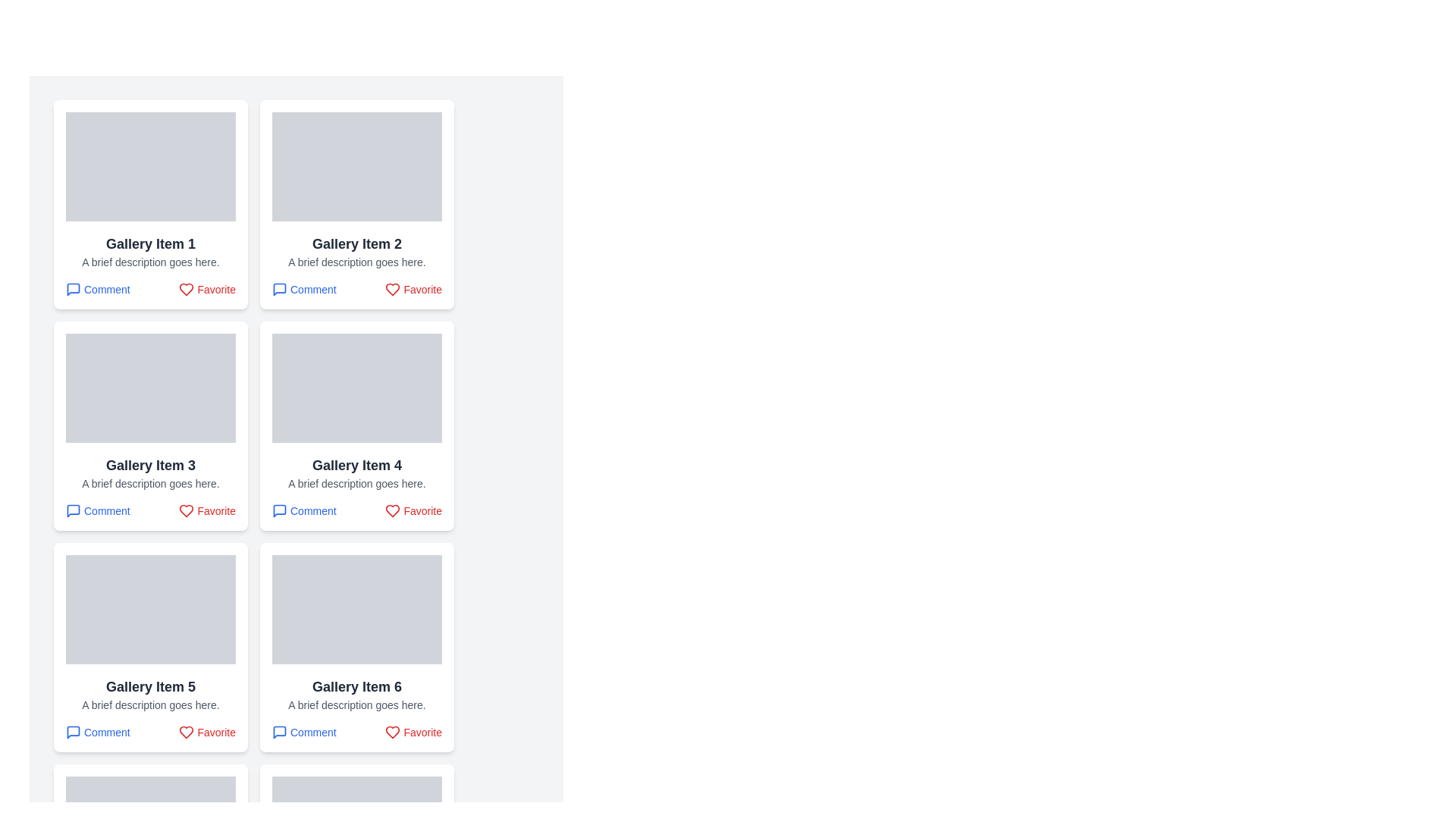  What do you see at coordinates (393, 511) in the screenshot?
I see `the heart icon located at the bottom right corner of the card labeled 'Gallery Item 4' to favorite the corresponding gallery item` at bounding box center [393, 511].